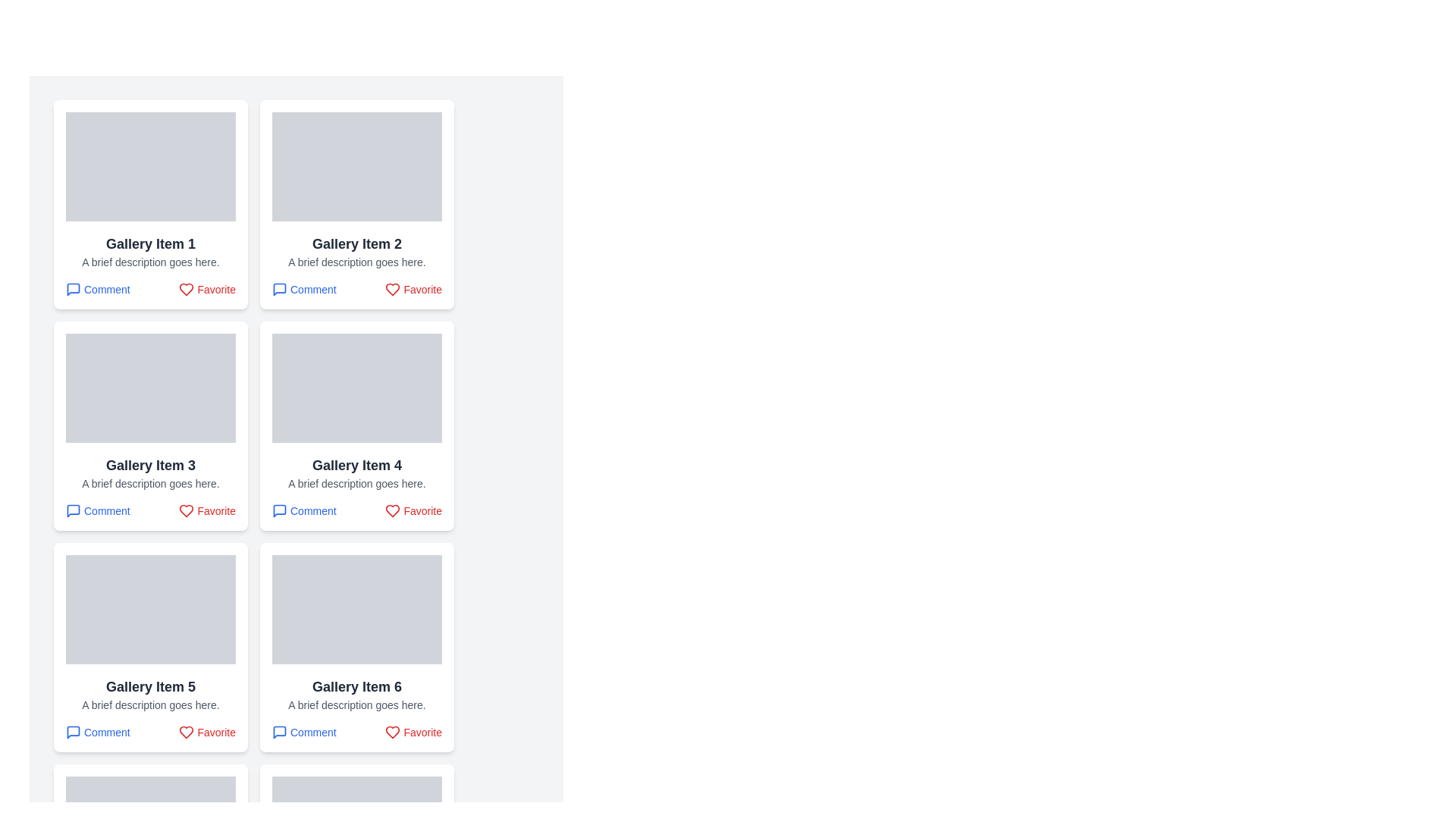  What do you see at coordinates (393, 511) in the screenshot?
I see `the heart icon located at the bottom right corner of the card labeled 'Gallery Item 4' to favorite the corresponding gallery item` at bounding box center [393, 511].